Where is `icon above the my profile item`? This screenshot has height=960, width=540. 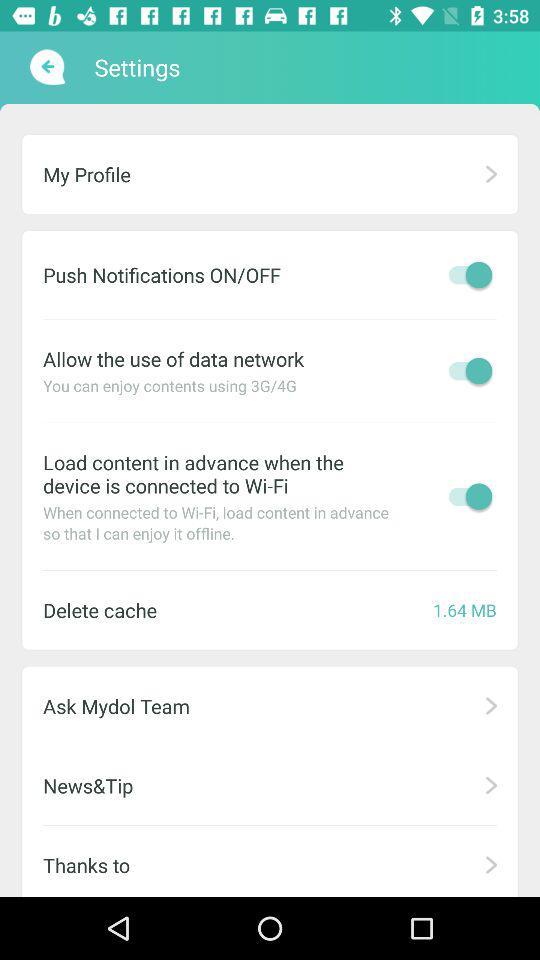 icon above the my profile item is located at coordinates (45, 67).